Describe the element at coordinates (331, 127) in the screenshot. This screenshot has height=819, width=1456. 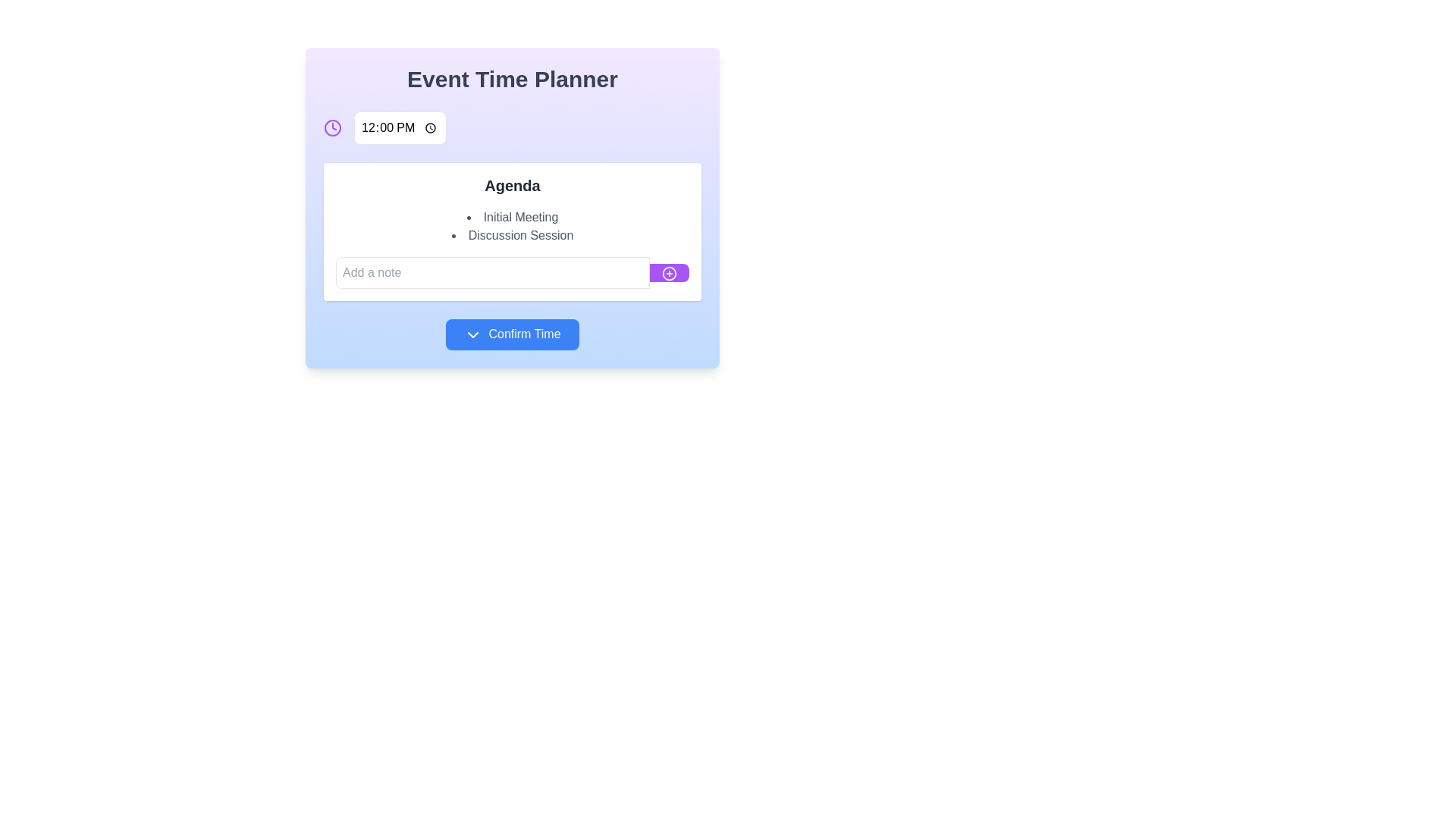
I see `the purple clock icon located to the left of the time input field in the 'Event Time Planner' interface` at that location.